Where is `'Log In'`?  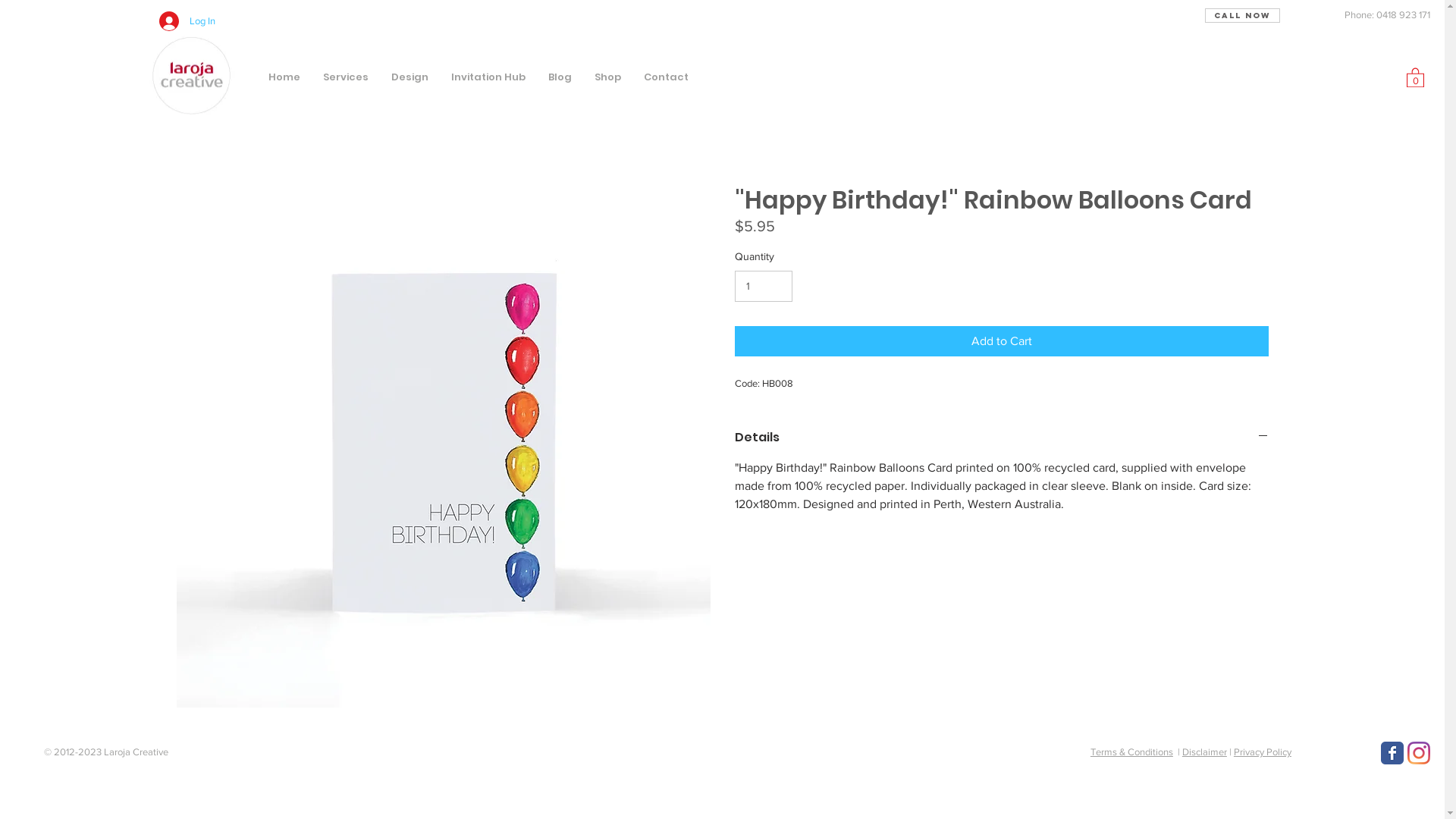 'Log In' is located at coordinates (186, 20).